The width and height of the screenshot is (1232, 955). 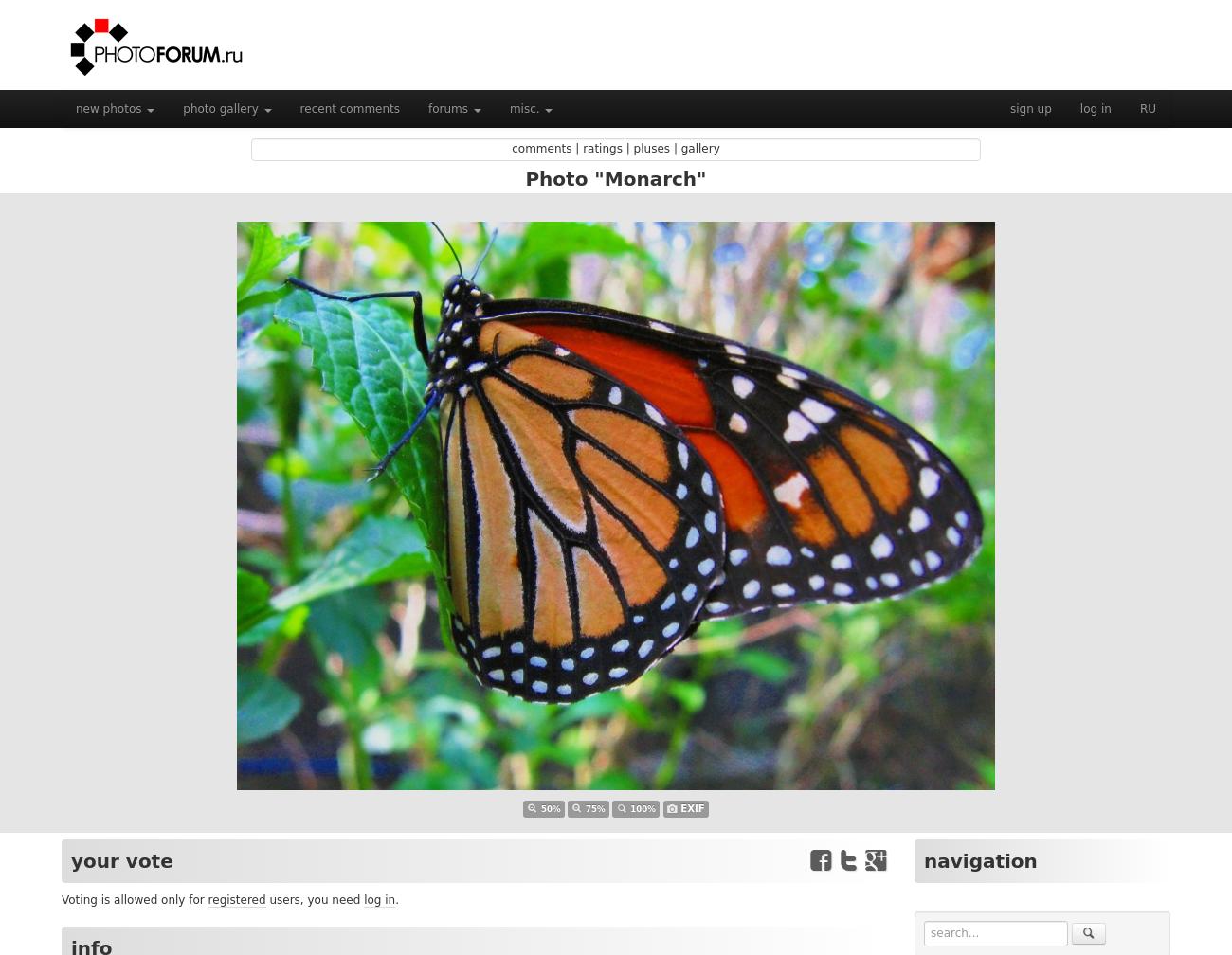 I want to click on 'registered', so click(x=235, y=900).